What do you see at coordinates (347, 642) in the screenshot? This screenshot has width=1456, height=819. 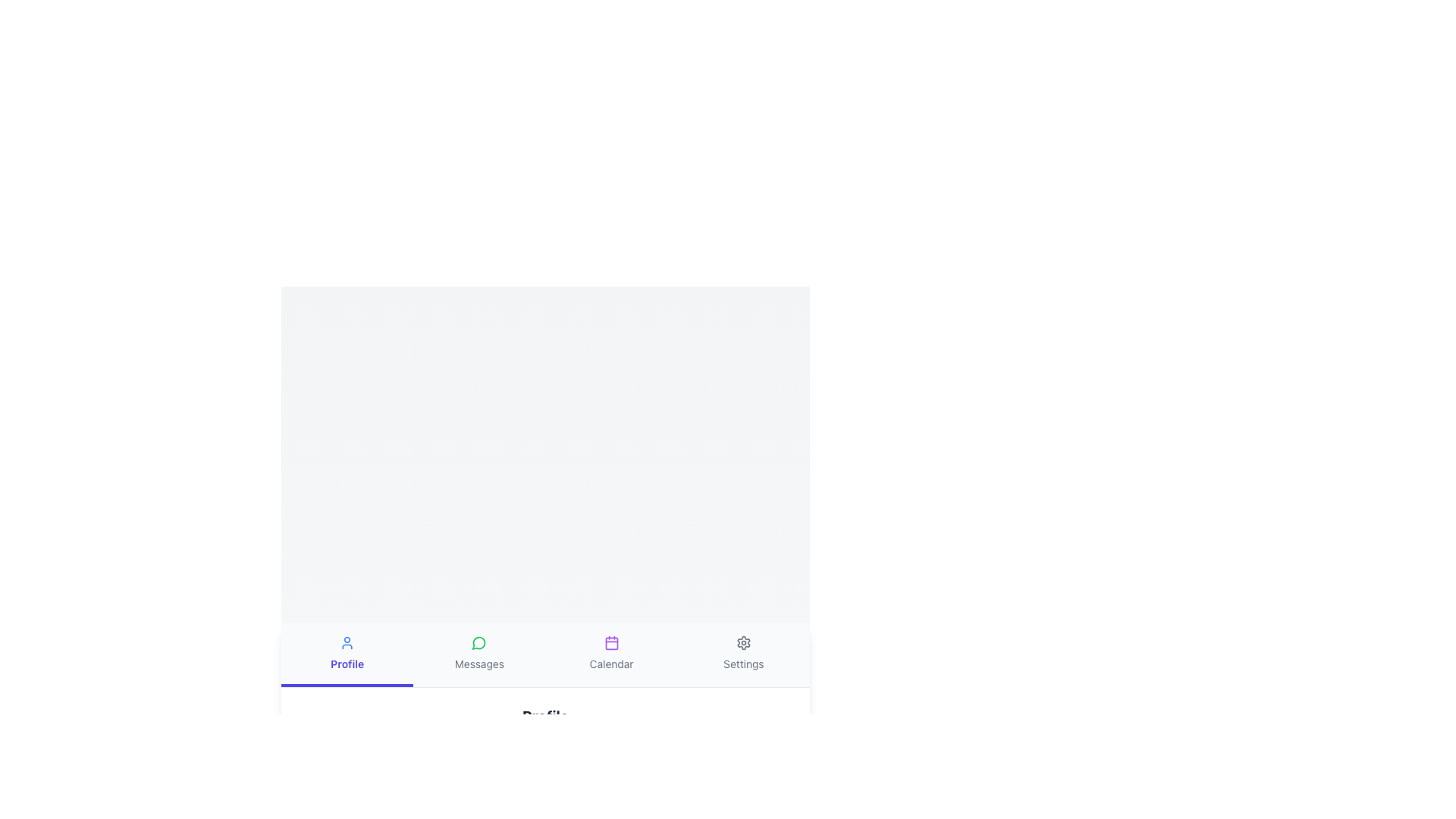 I see `the user profile SVG icon located at the top center of the 'Profile' tab section` at bounding box center [347, 642].